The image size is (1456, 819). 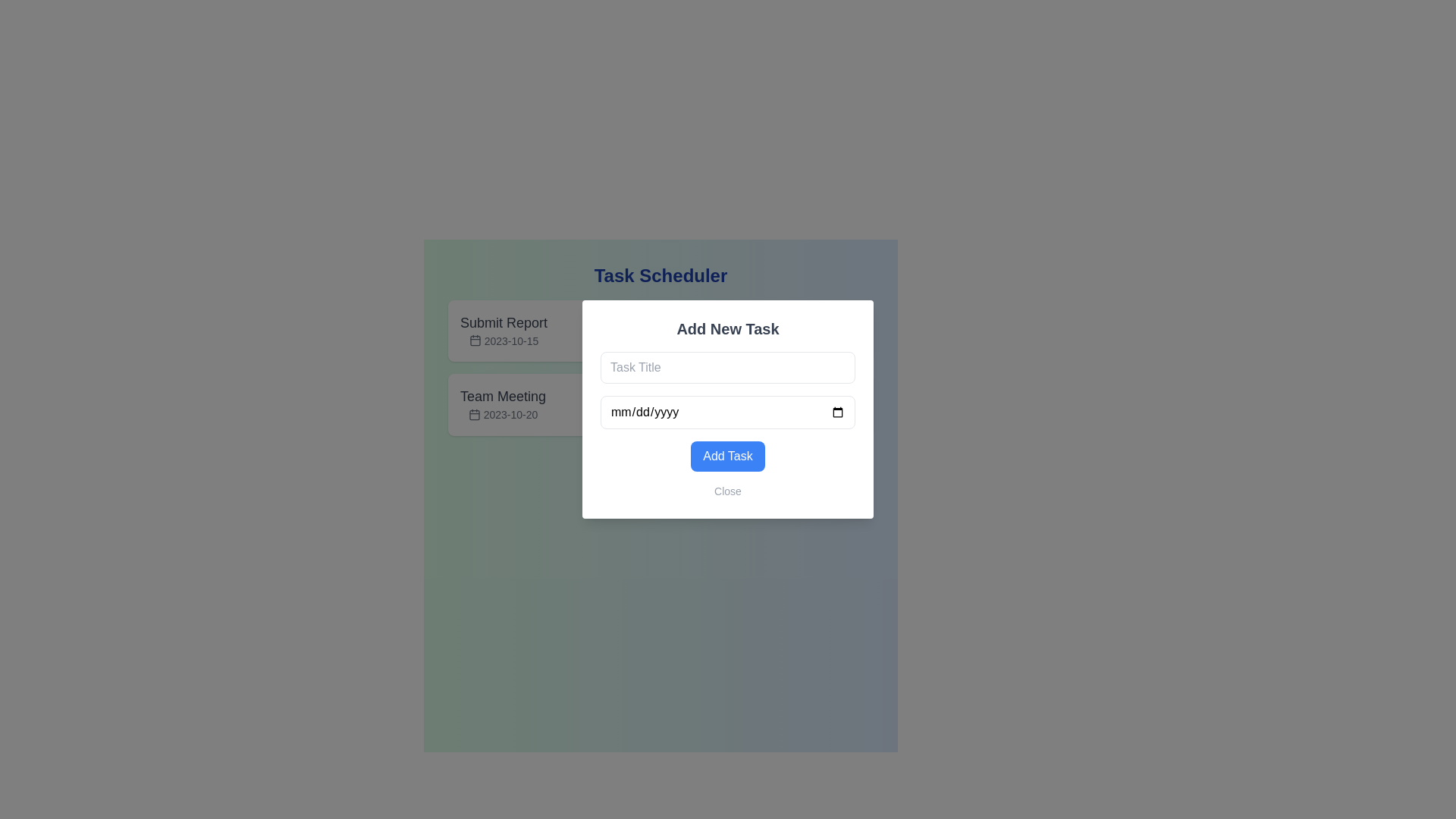 What do you see at coordinates (503, 415) in the screenshot?
I see `the textual date representation located below the 'Team Meeting' label, which is styled in a smaller font size and accompanied by a small calendar icon to its left` at bounding box center [503, 415].